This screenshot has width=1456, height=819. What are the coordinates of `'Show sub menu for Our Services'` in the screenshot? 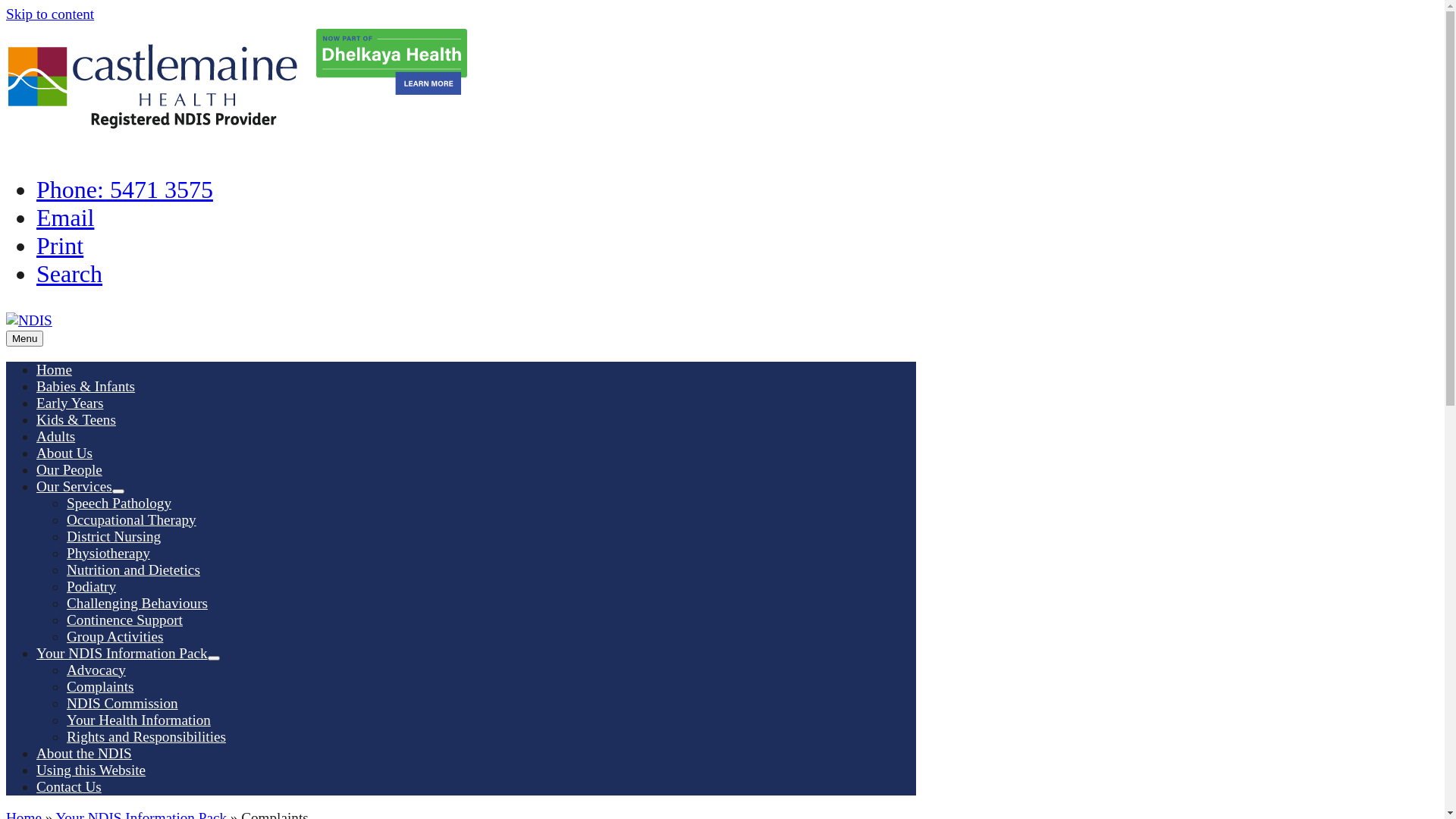 It's located at (111, 491).